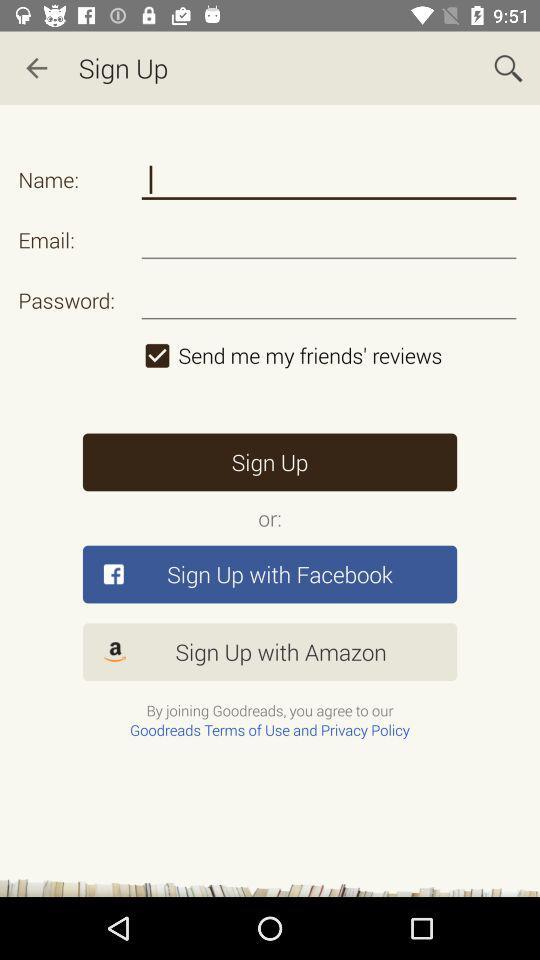 The height and width of the screenshot is (960, 540). I want to click on item next to password: icon, so click(329, 355).